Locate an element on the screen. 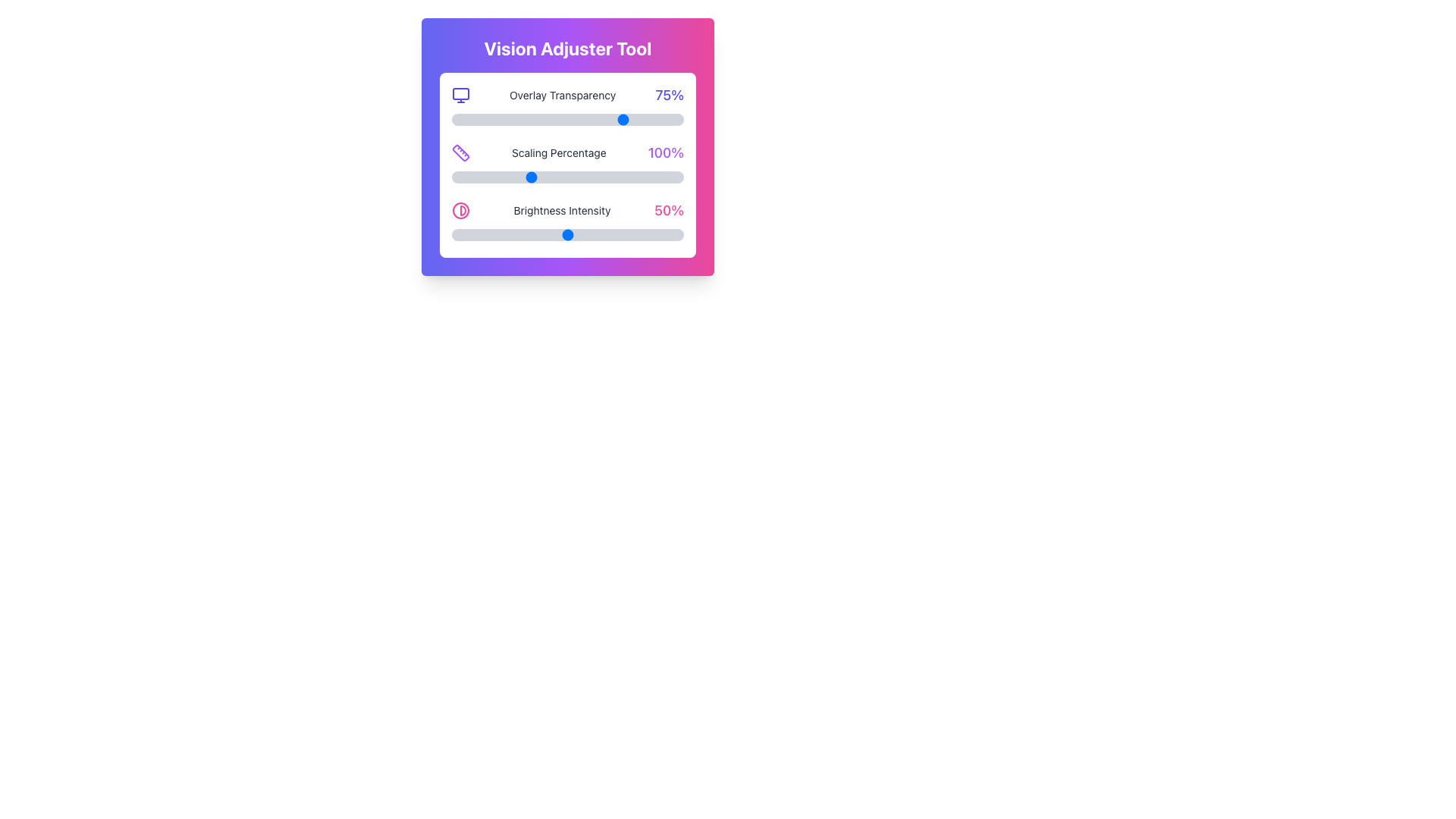 The height and width of the screenshot is (819, 1456). displayed value of the text label showing '50%' in pink color, which indicates brightness intensity and is positioned to the right of the 'Brightness Intensity' text is located at coordinates (668, 210).